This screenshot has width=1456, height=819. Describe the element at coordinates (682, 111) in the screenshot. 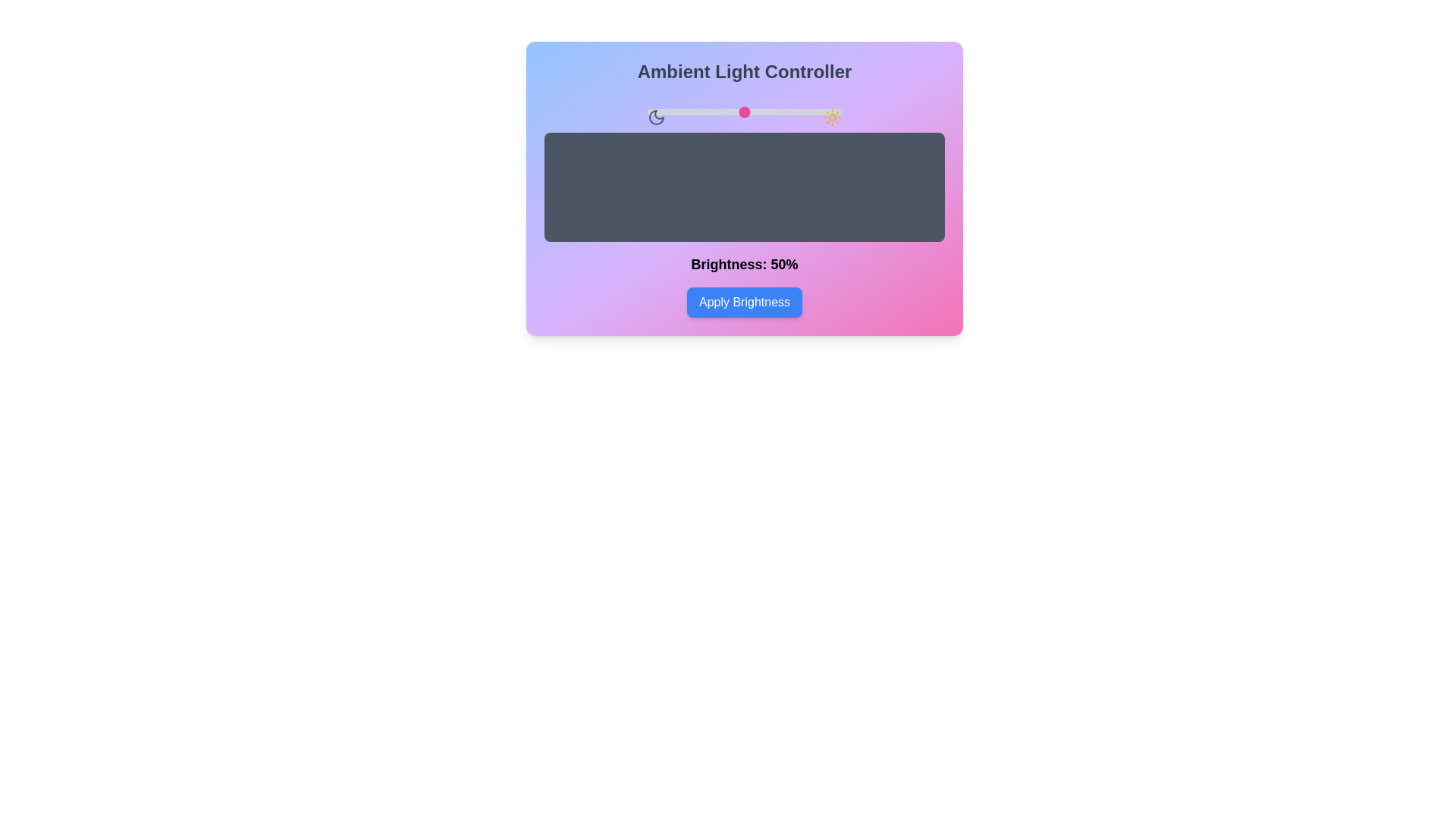

I see `the brightness slider to 18%` at that location.